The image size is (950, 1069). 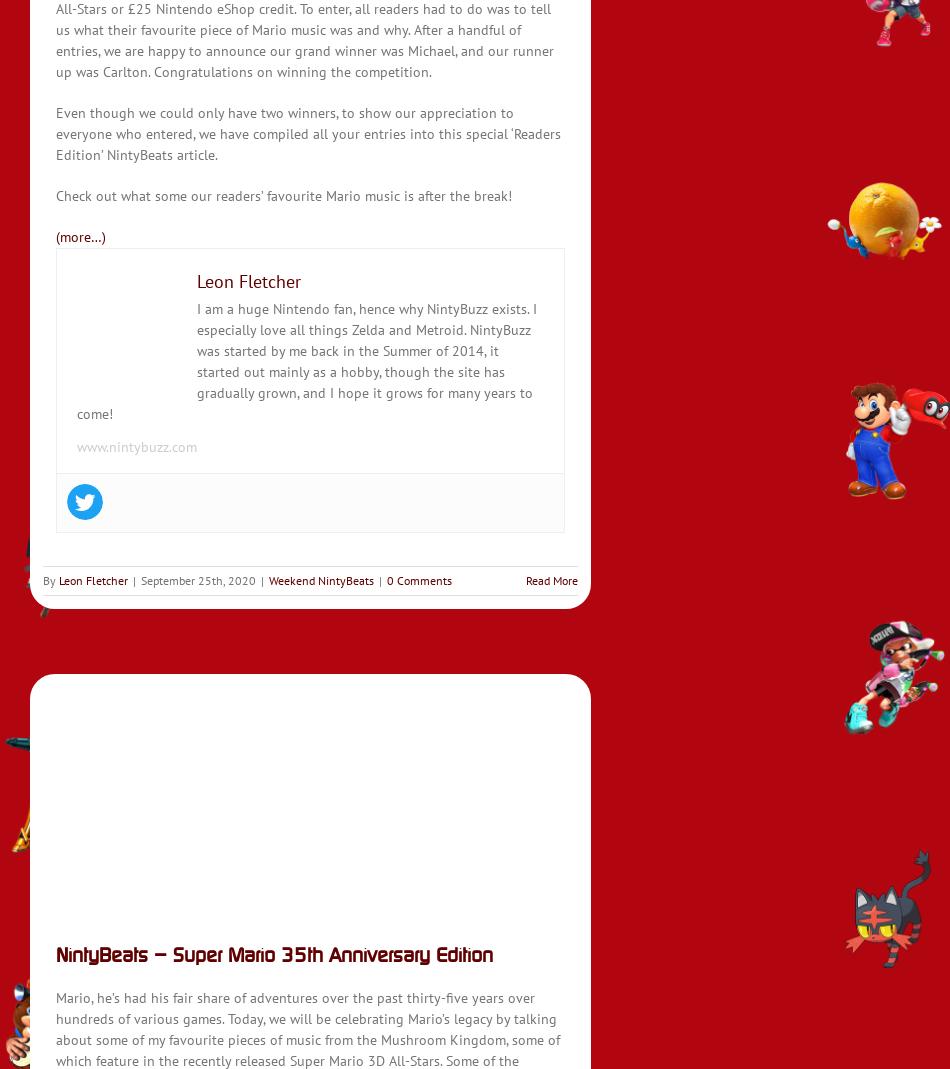 I want to click on 'September 25th, 2020', so click(x=140, y=579).